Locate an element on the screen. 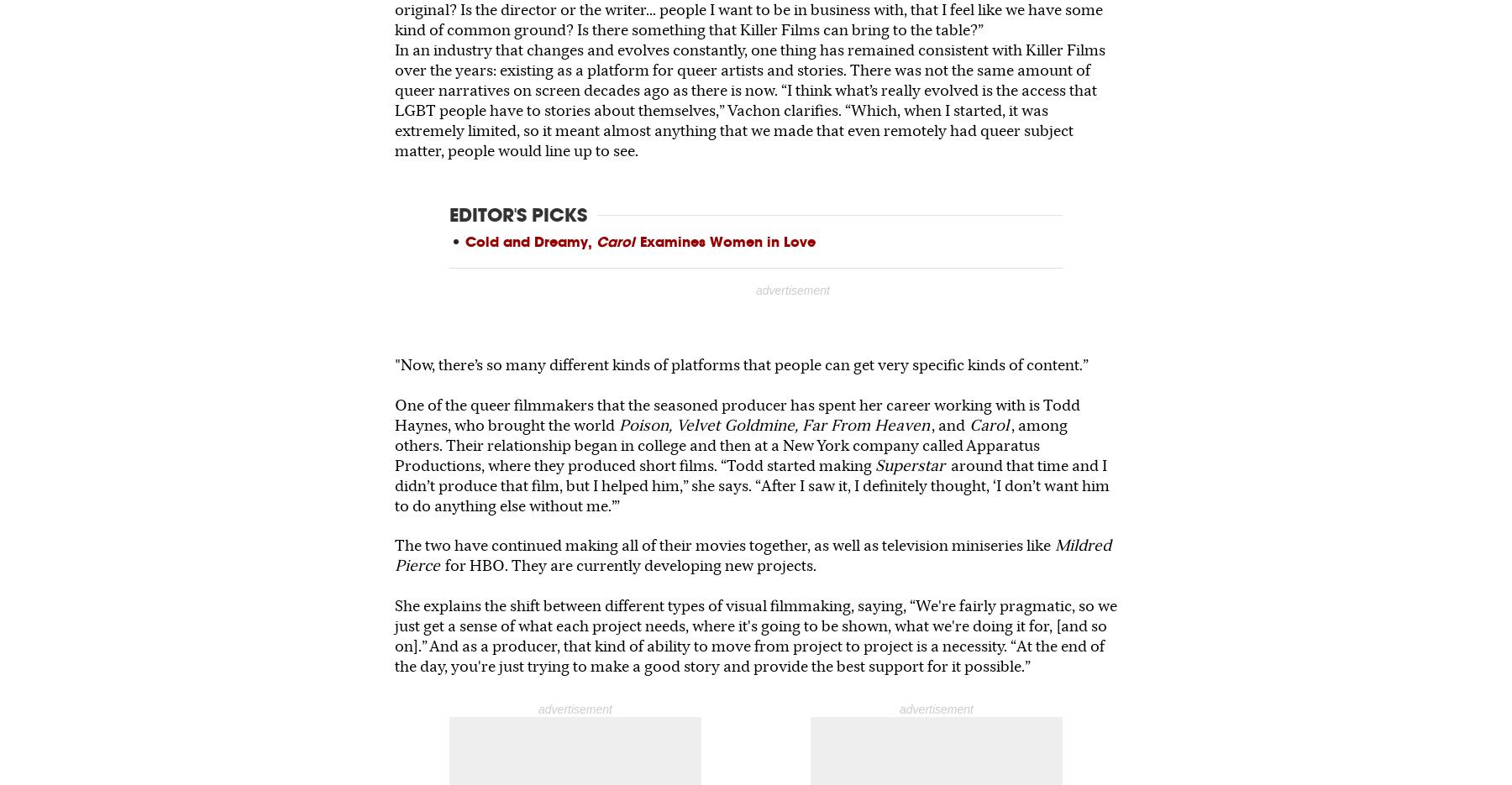 This screenshot has width=1512, height=785. 'One of the queer filmmakers that the seasoned producer has spent her career working with is Todd Haynes, who brought the world' is located at coordinates (738, 414).